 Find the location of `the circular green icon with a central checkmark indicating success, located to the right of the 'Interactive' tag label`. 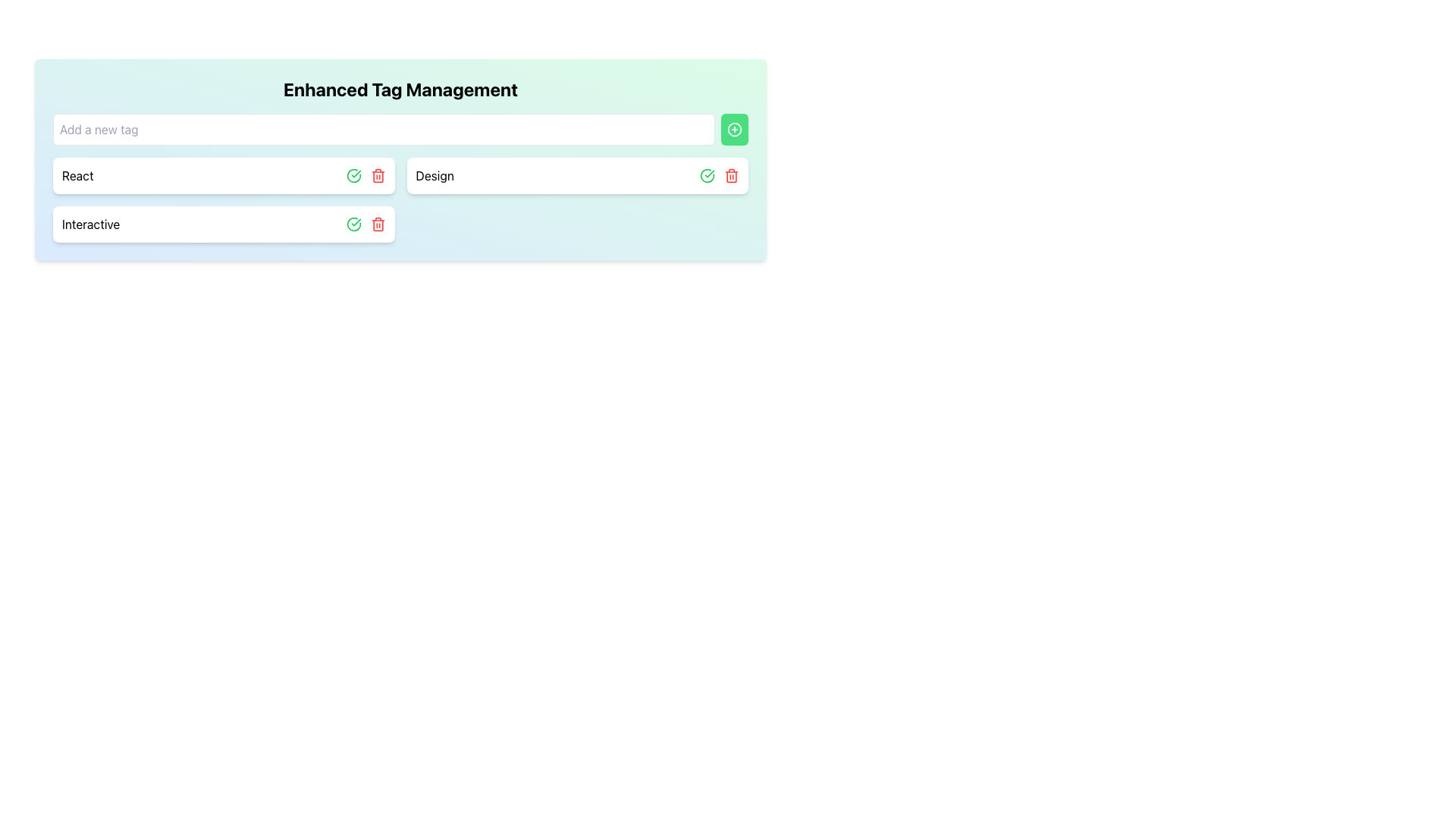

the circular green icon with a central checkmark indicating success, located to the right of the 'Interactive' tag label is located at coordinates (353, 174).